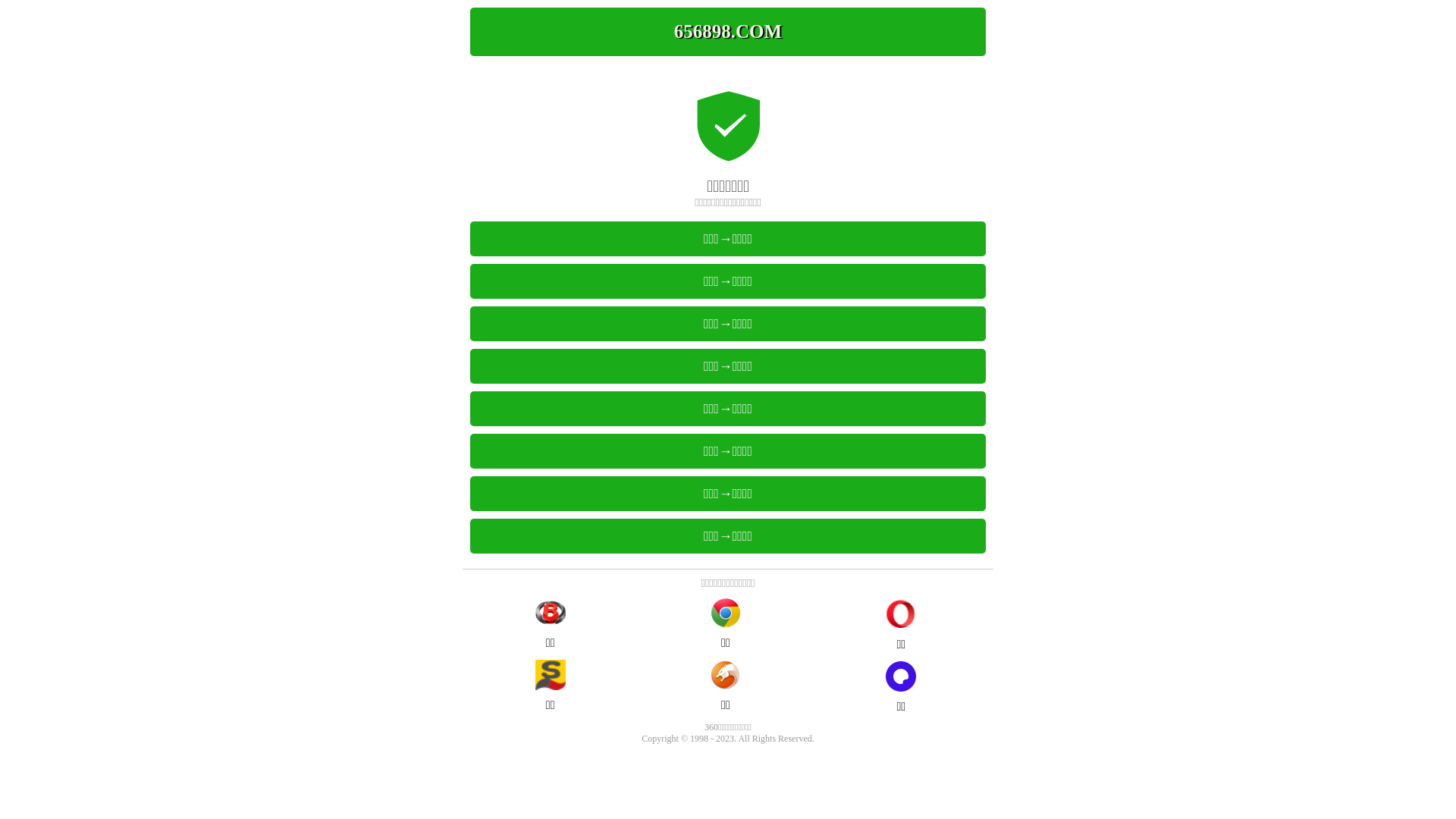  What do you see at coordinates (728, 32) in the screenshot?
I see `'656898.COM'` at bounding box center [728, 32].